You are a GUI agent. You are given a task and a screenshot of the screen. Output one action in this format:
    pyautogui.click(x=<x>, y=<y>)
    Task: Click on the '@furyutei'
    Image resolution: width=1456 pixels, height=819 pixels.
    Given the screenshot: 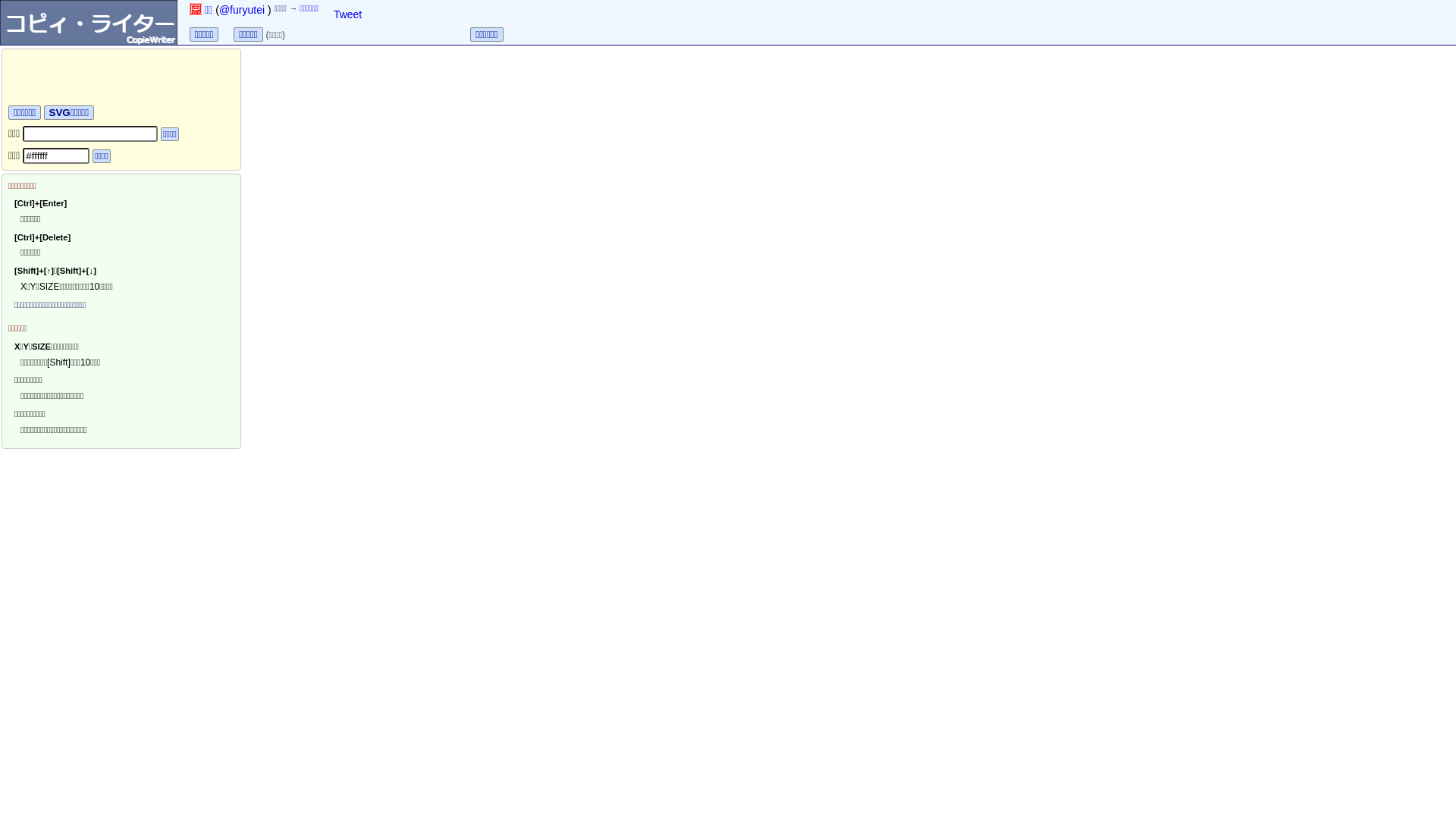 What is the action you would take?
    pyautogui.click(x=240, y=9)
    